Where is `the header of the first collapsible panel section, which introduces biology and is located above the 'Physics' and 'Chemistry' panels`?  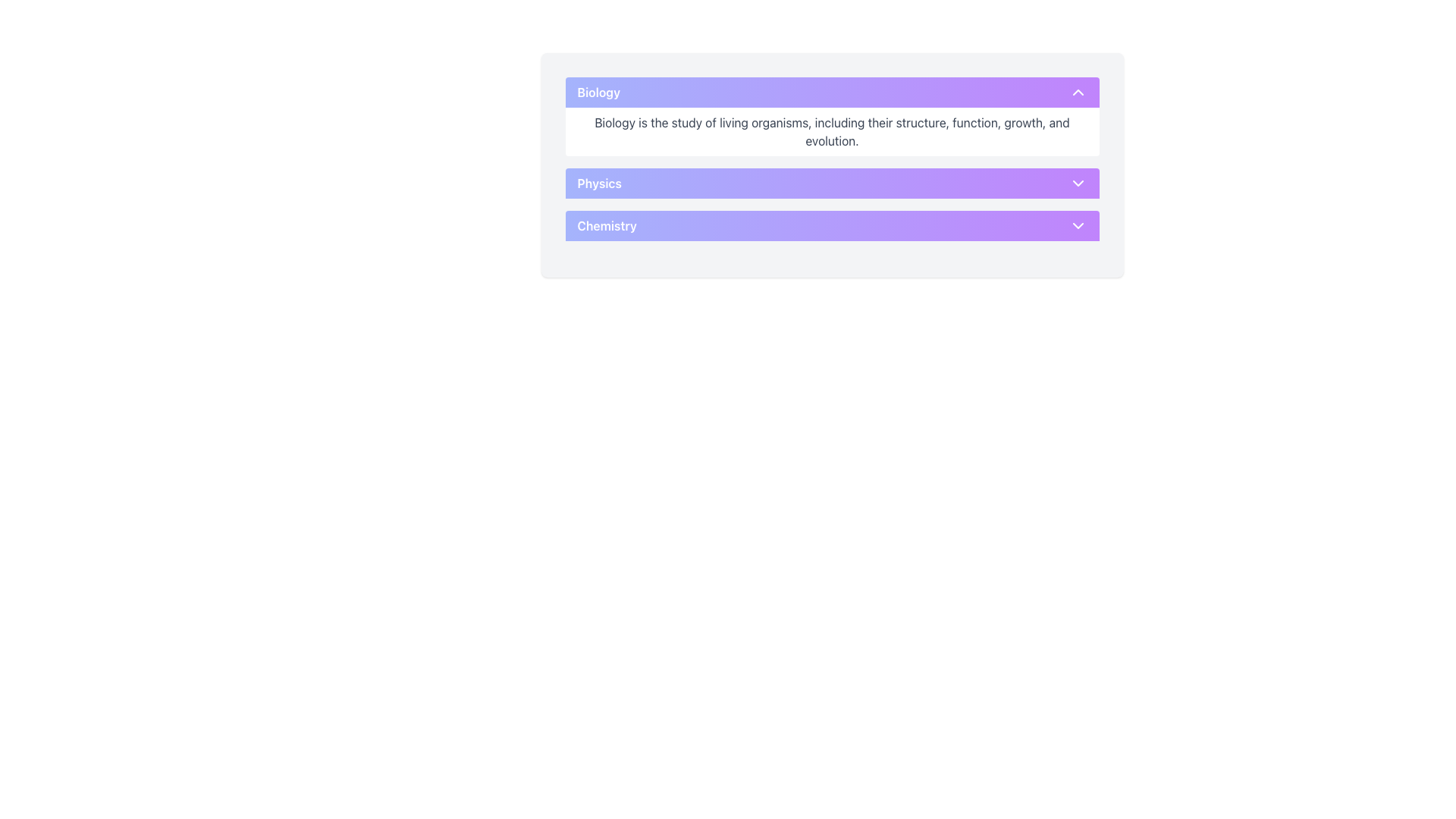
the header of the first collapsible panel section, which introduces biology and is located above the 'Physics' and 'Chemistry' panels is located at coordinates (831, 116).